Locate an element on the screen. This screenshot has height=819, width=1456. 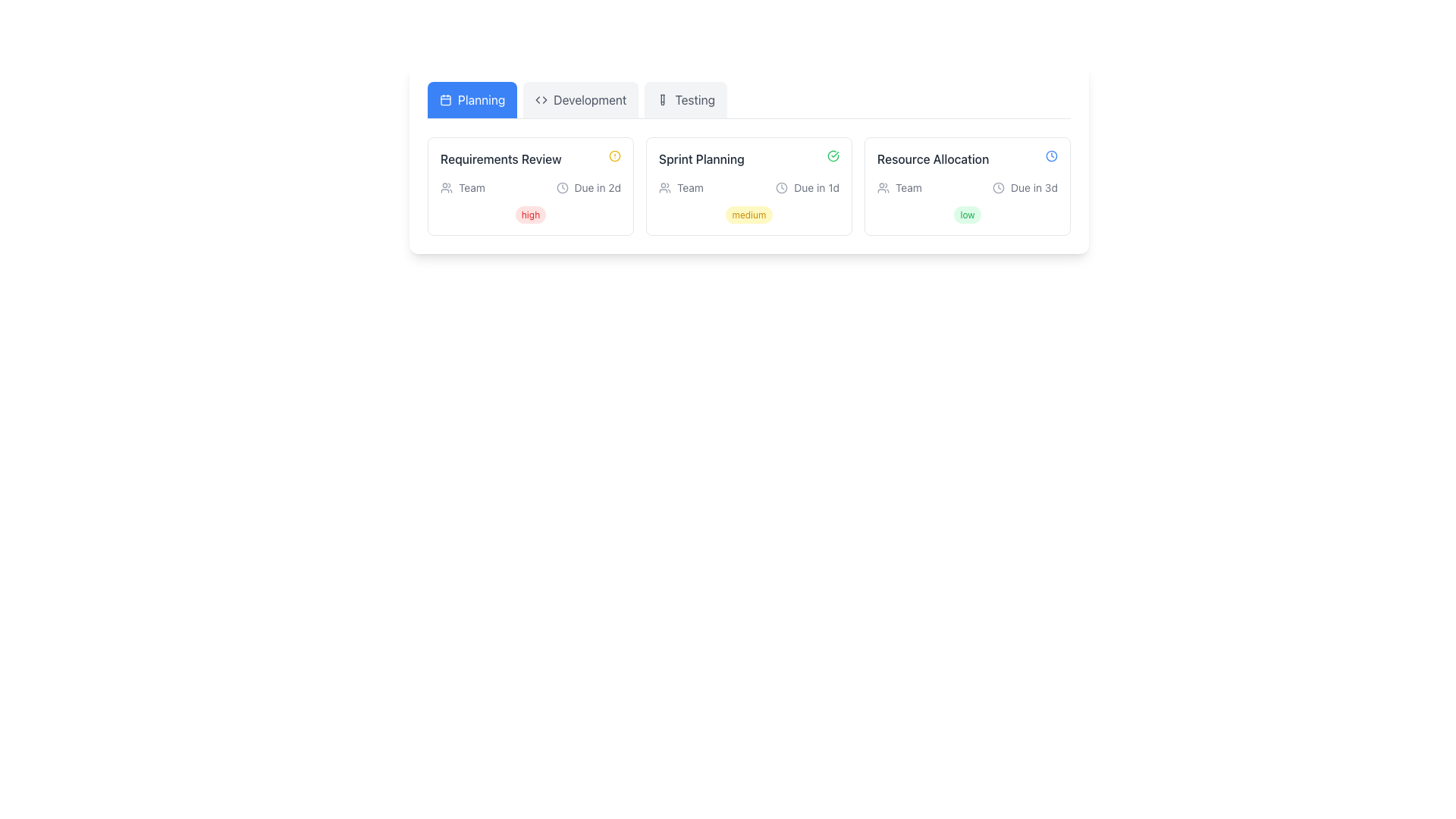
text label displaying 'Team' which is styled in gray font, positioned beneath the 'Sprint Planning' task in the middle column of the Planning section is located at coordinates (689, 187).